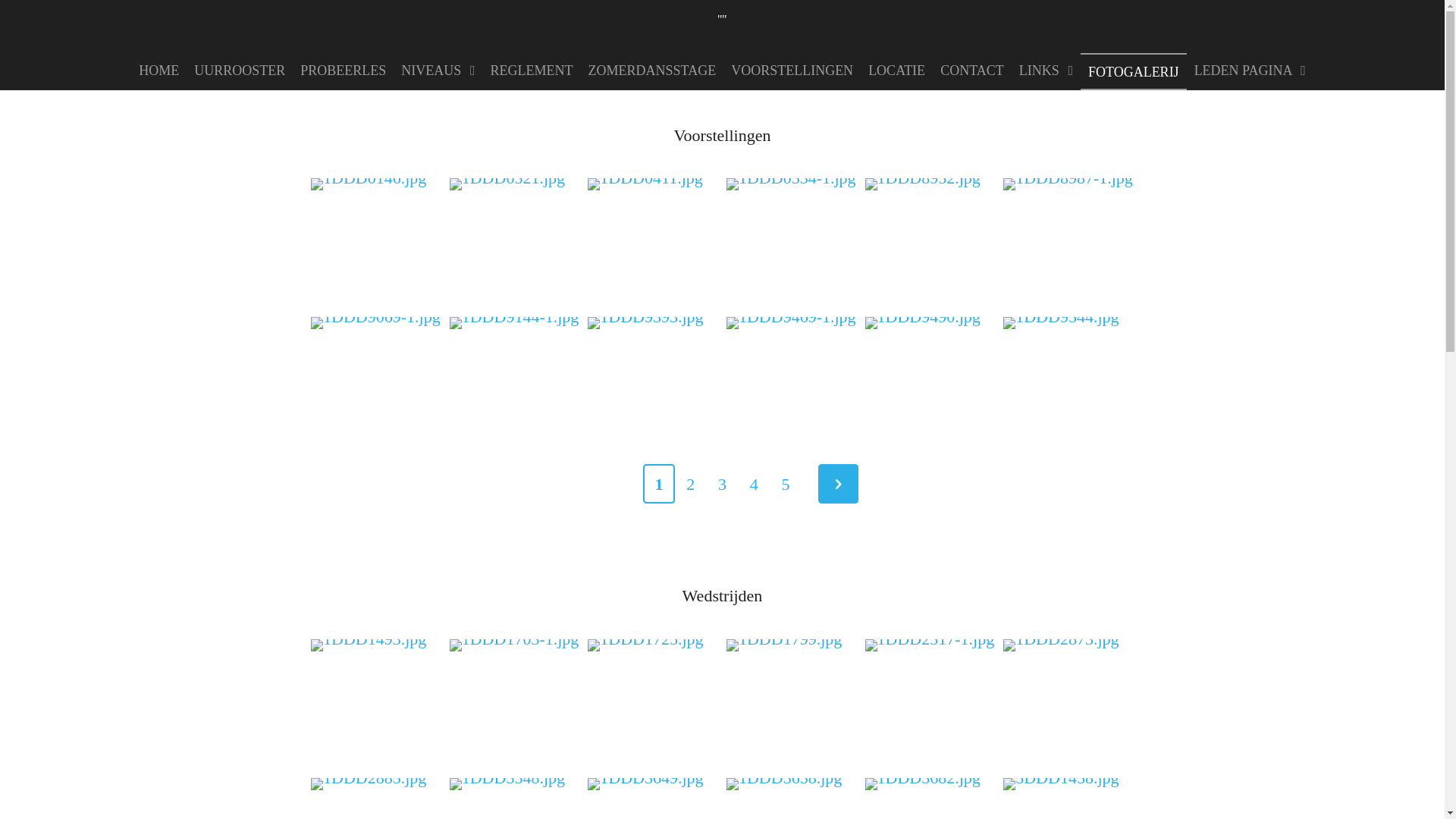 The height and width of the screenshot is (819, 1456). I want to click on '2', so click(690, 484).